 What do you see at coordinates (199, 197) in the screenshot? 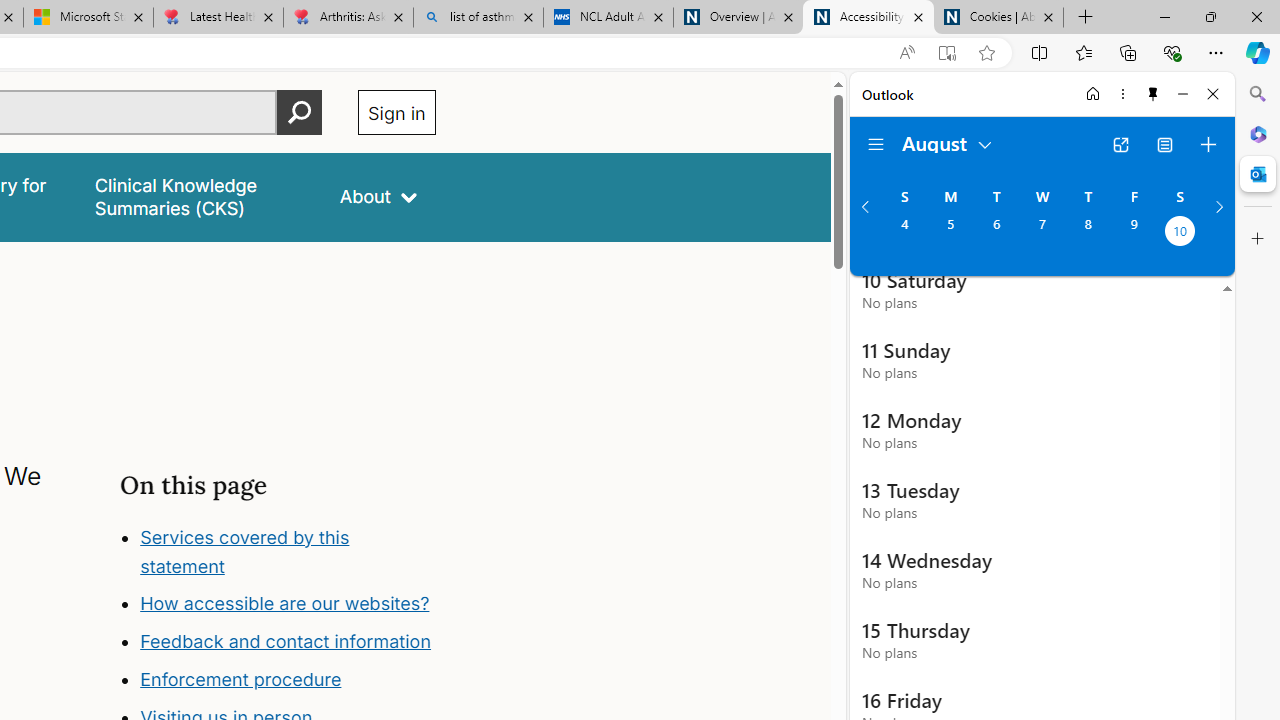
I see `'false'` at bounding box center [199, 197].